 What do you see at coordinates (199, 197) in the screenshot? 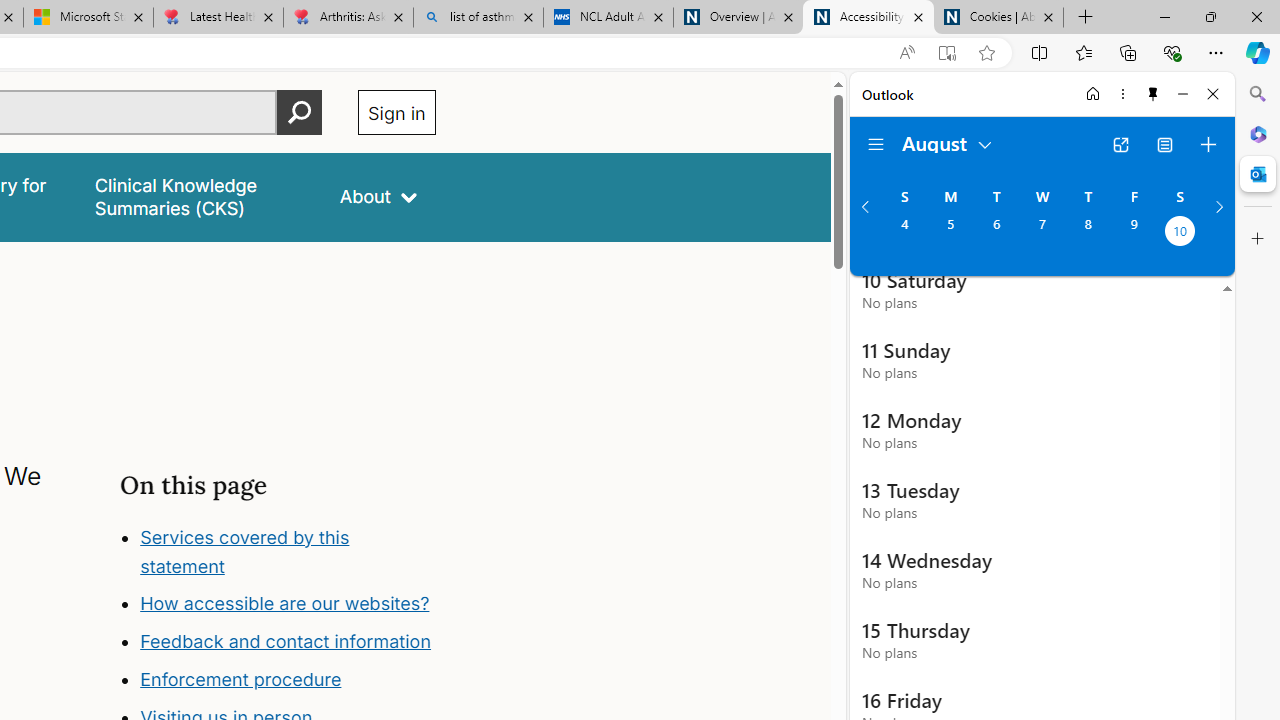
I see `'false'` at bounding box center [199, 197].